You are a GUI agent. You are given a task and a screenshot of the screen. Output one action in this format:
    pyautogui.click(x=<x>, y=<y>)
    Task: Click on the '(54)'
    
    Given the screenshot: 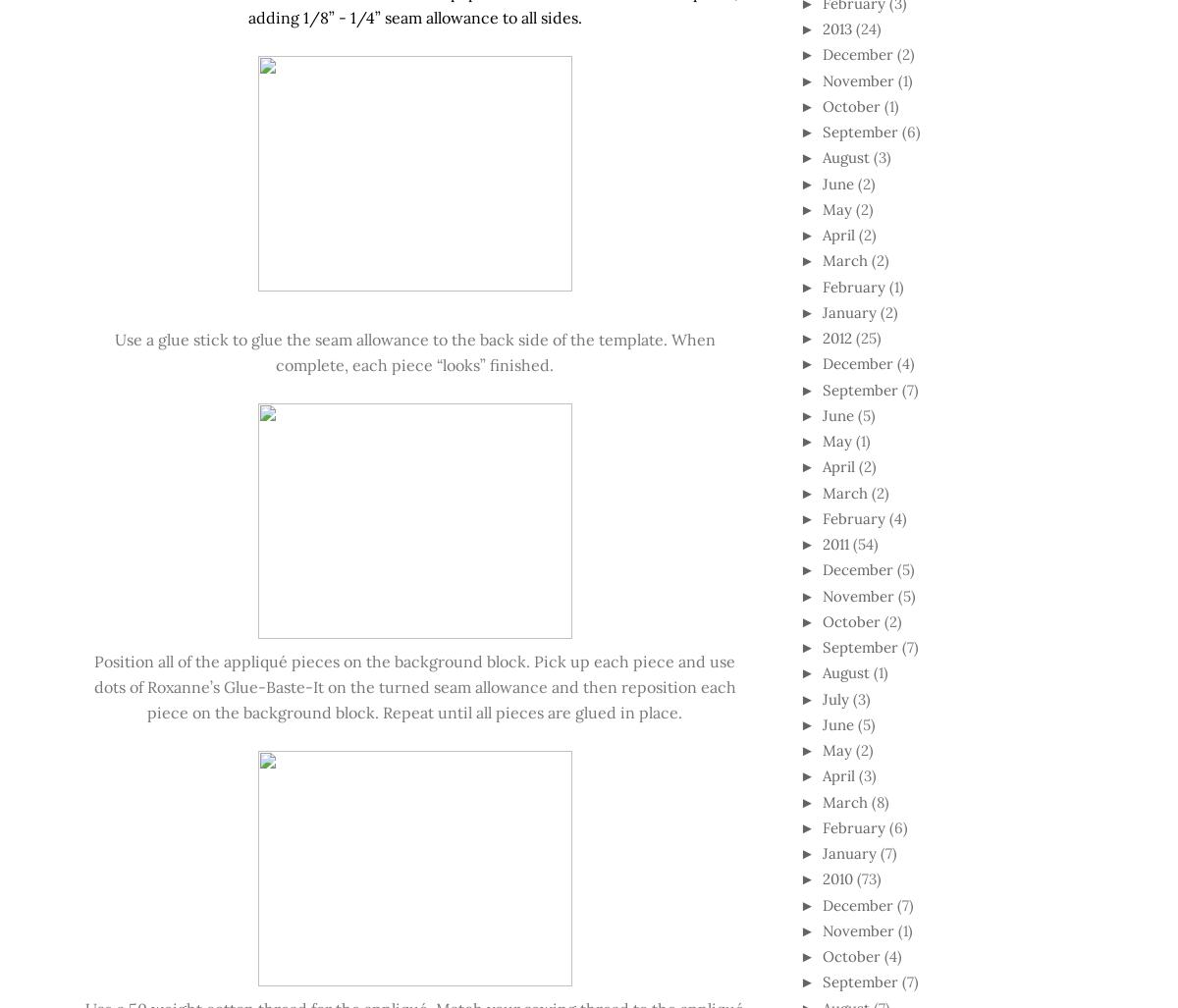 What is the action you would take?
    pyautogui.click(x=864, y=543)
    